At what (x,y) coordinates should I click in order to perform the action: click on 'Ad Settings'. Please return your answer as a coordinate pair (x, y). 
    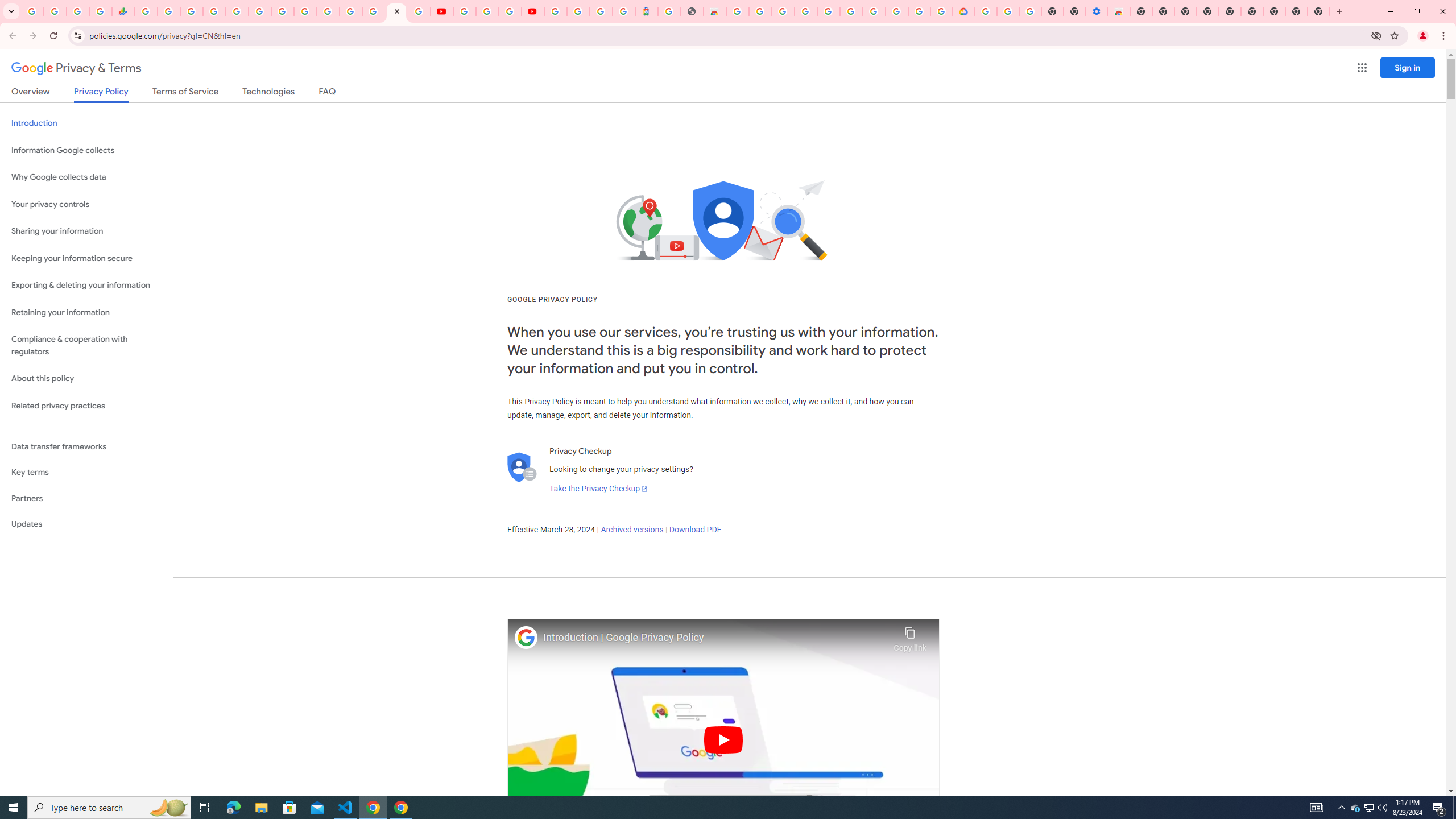
    Looking at the image, I should click on (805, 11).